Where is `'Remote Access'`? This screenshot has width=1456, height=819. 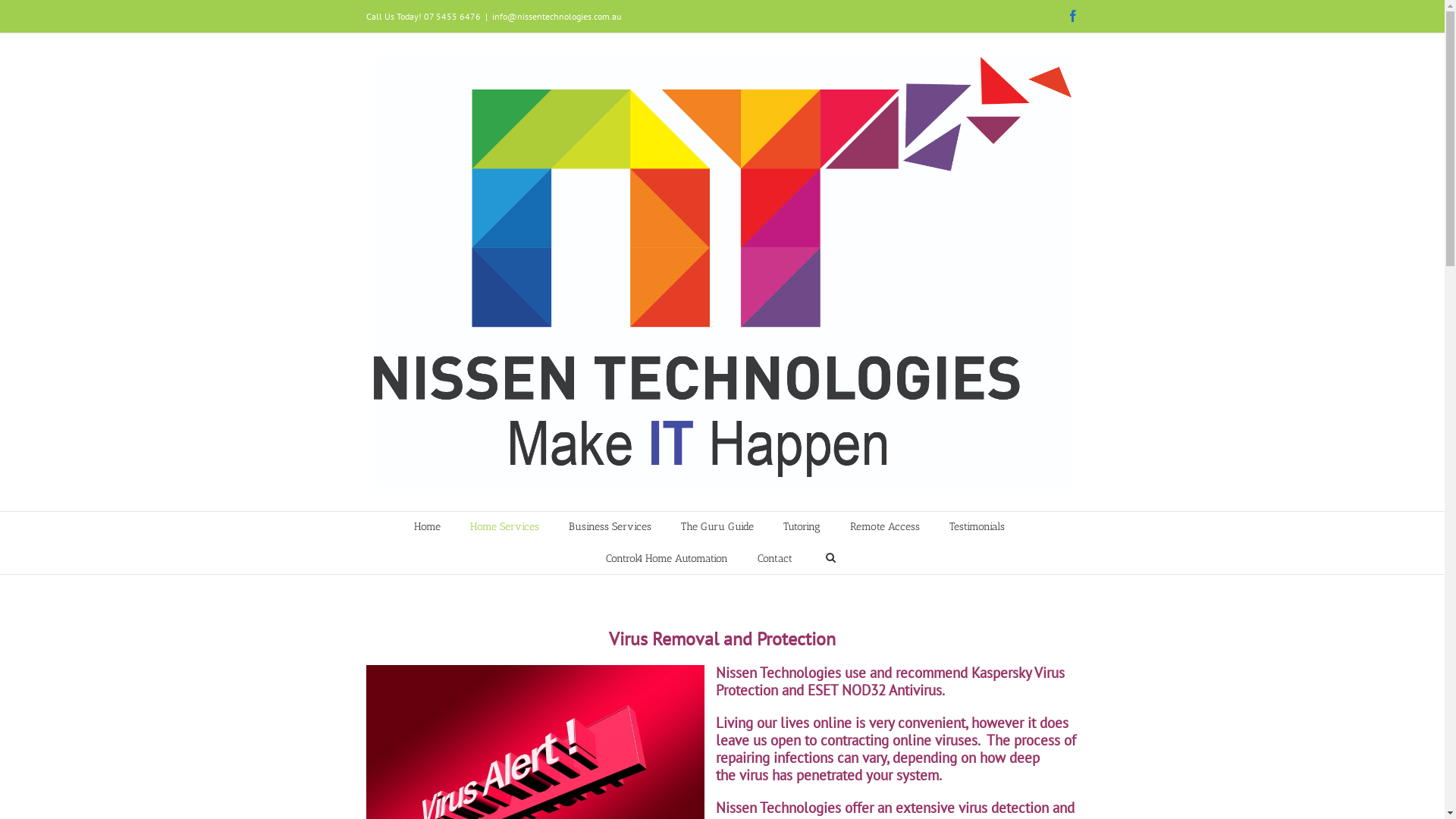 'Remote Access' is located at coordinates (884, 526).